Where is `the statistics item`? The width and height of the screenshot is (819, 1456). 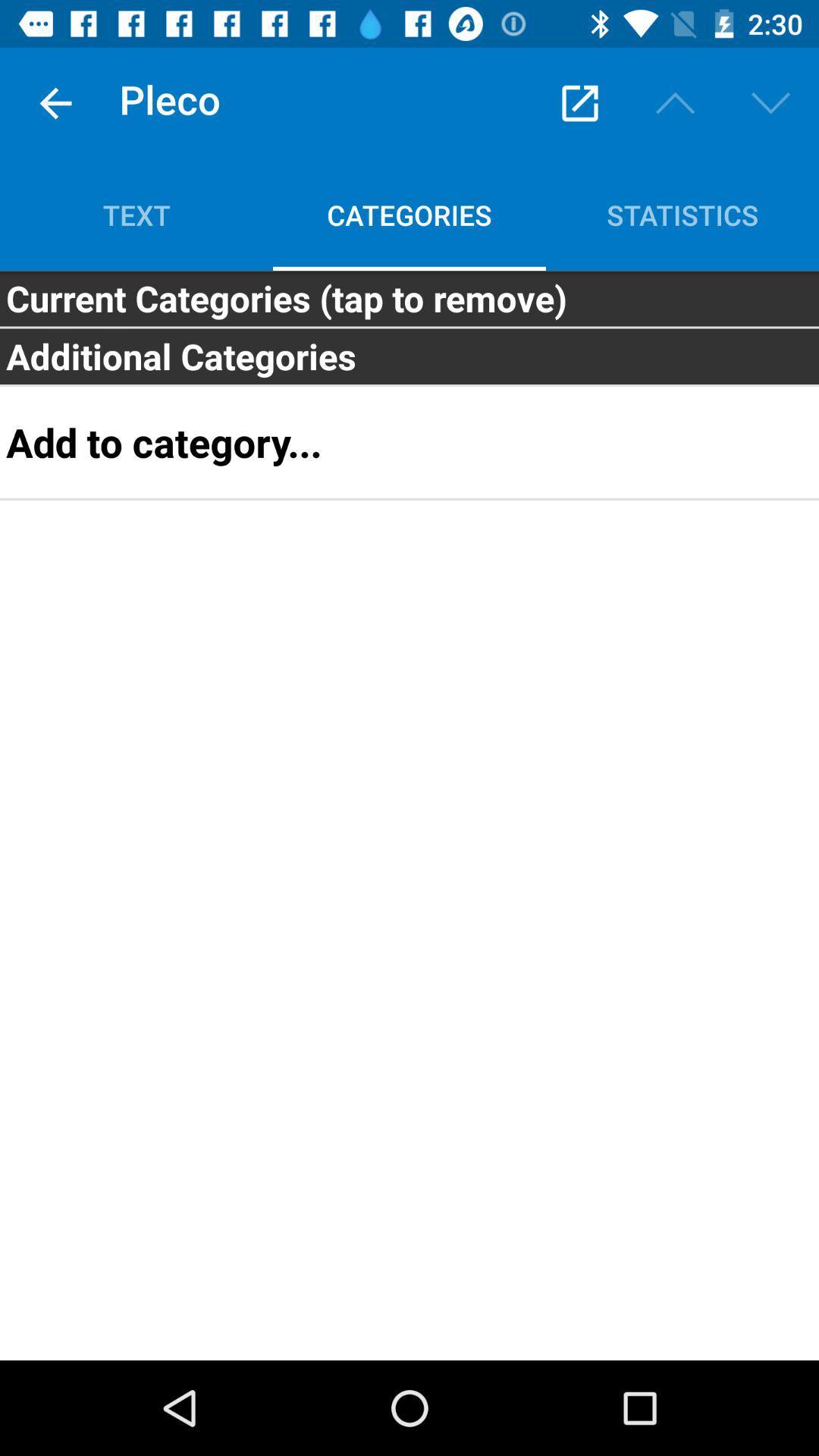
the statistics item is located at coordinates (681, 214).